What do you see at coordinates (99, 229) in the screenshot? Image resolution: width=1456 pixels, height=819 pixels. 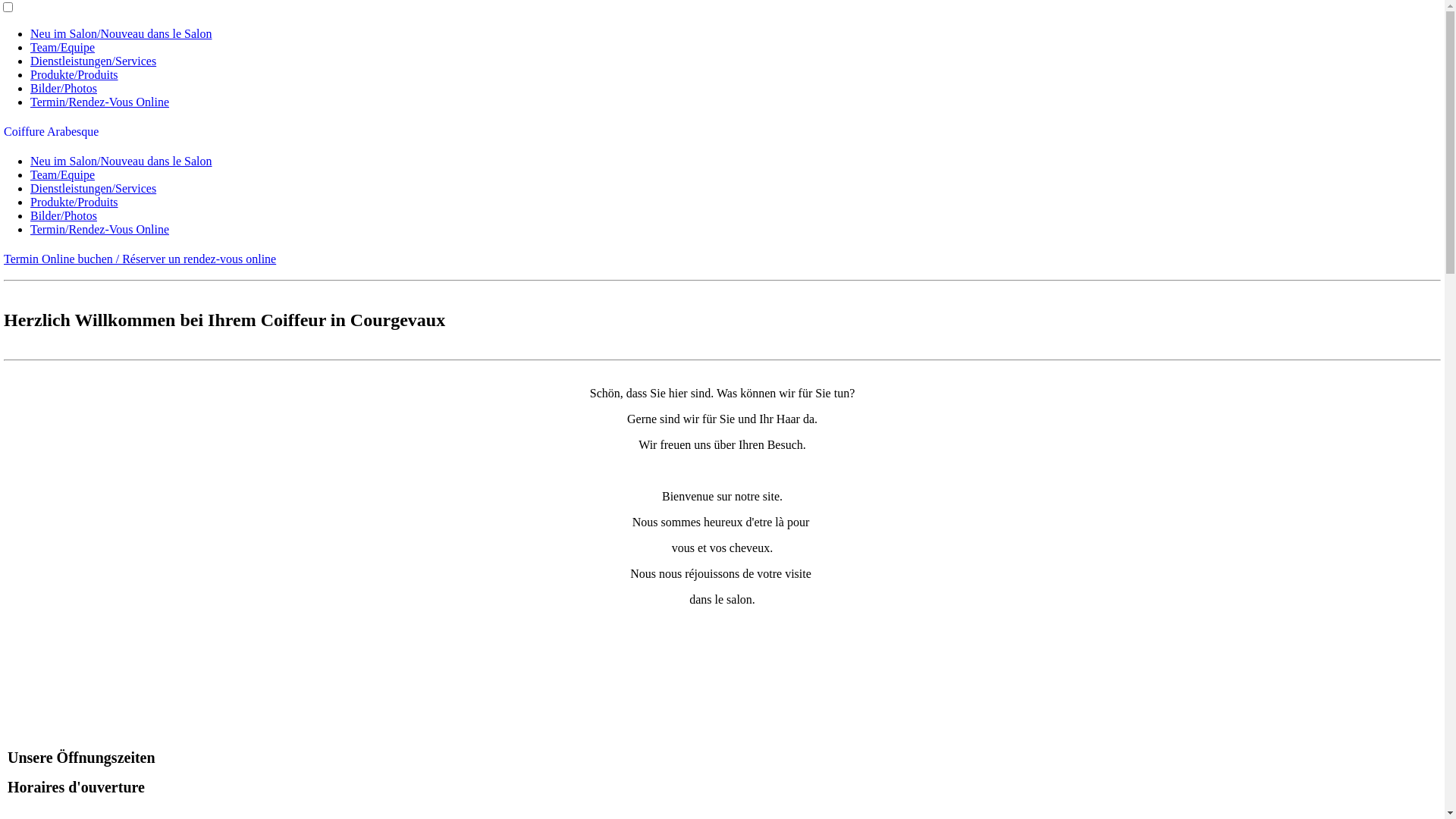 I see `'Termin/Rendez-Vous Online'` at bounding box center [99, 229].